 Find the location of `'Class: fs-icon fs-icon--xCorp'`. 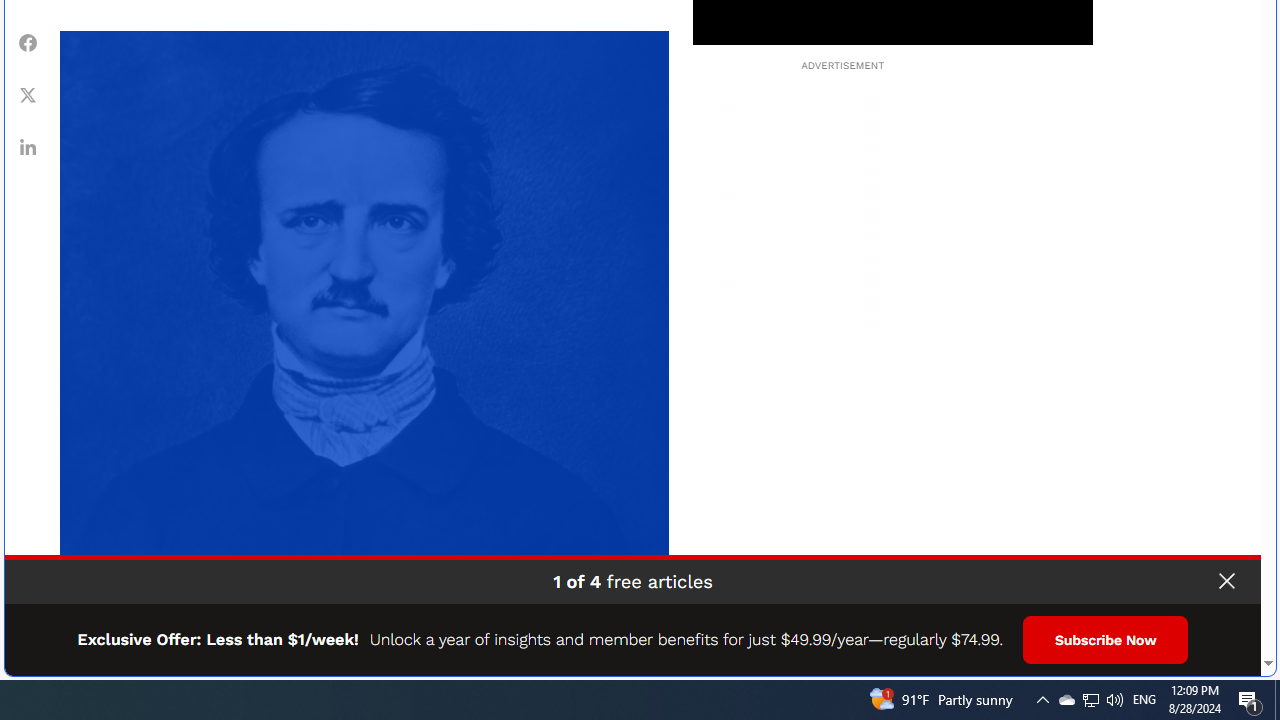

'Class: fs-icon fs-icon--xCorp' is located at coordinates (28, 95).